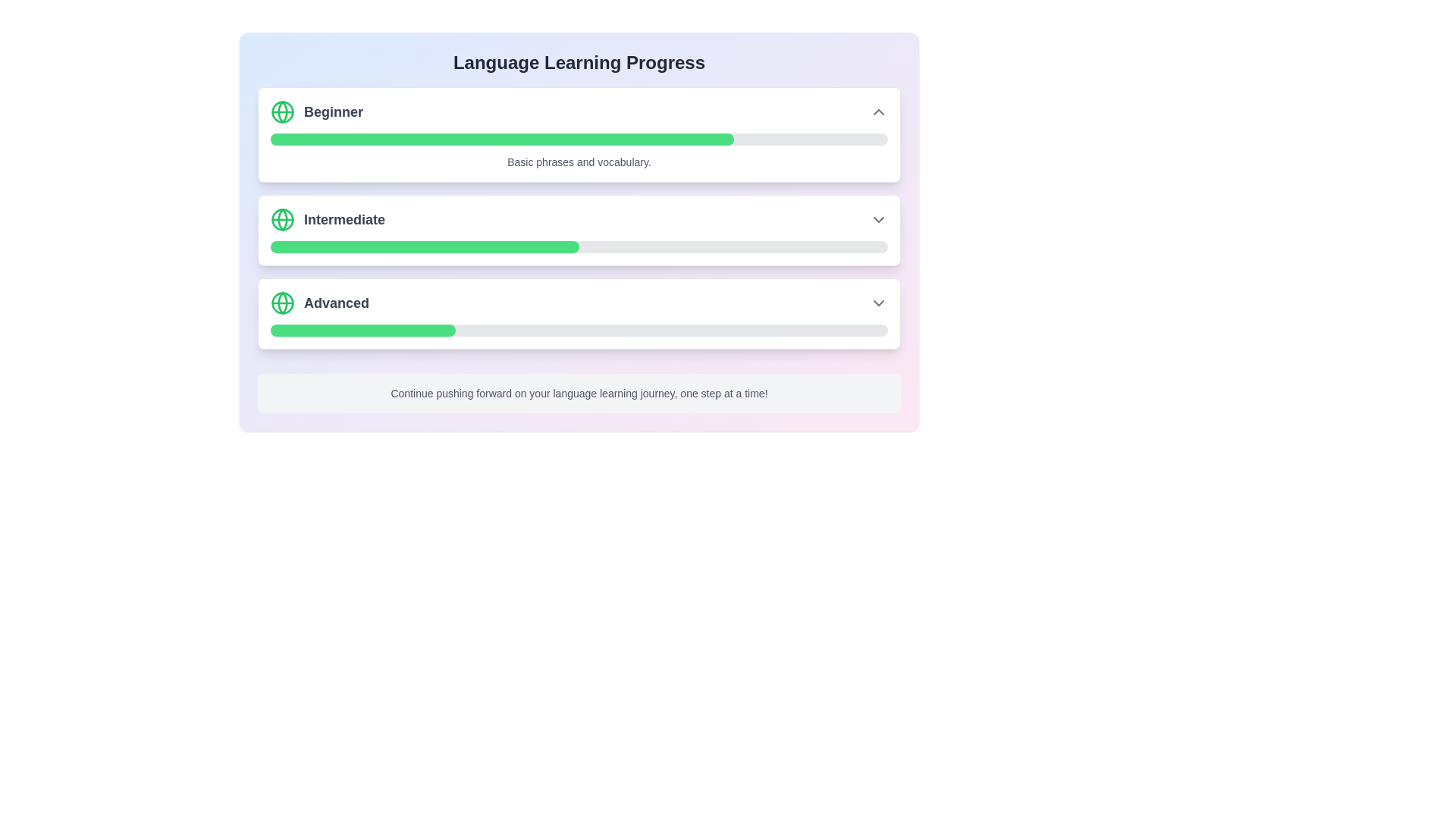  I want to click on the 'Beginner' level category indicator text element, which is the first header item in the language learning progress interface, so click(315, 111).